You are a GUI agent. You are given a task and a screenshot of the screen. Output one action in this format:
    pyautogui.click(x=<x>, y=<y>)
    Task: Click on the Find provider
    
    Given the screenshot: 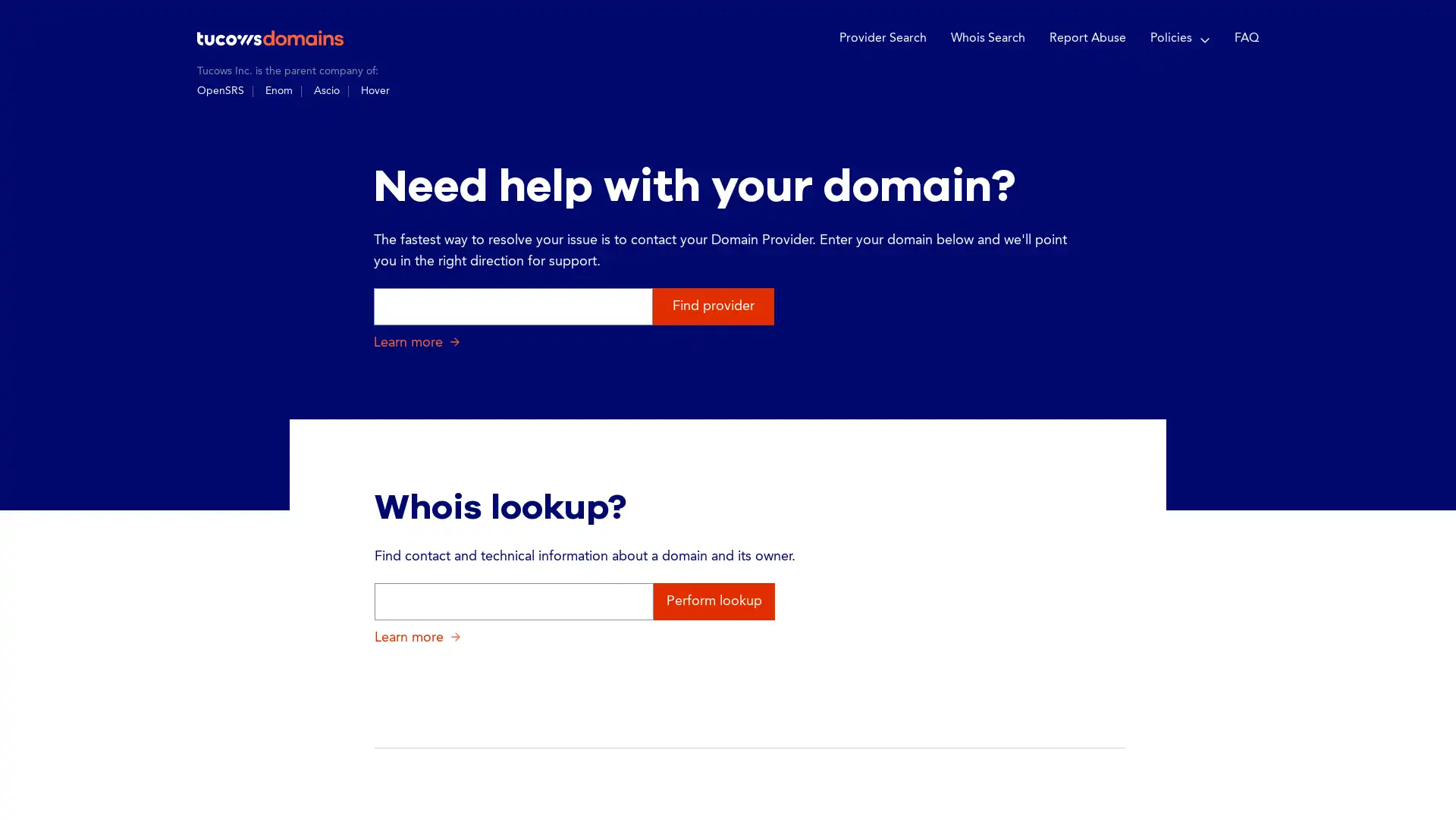 What is the action you would take?
    pyautogui.click(x=712, y=306)
    